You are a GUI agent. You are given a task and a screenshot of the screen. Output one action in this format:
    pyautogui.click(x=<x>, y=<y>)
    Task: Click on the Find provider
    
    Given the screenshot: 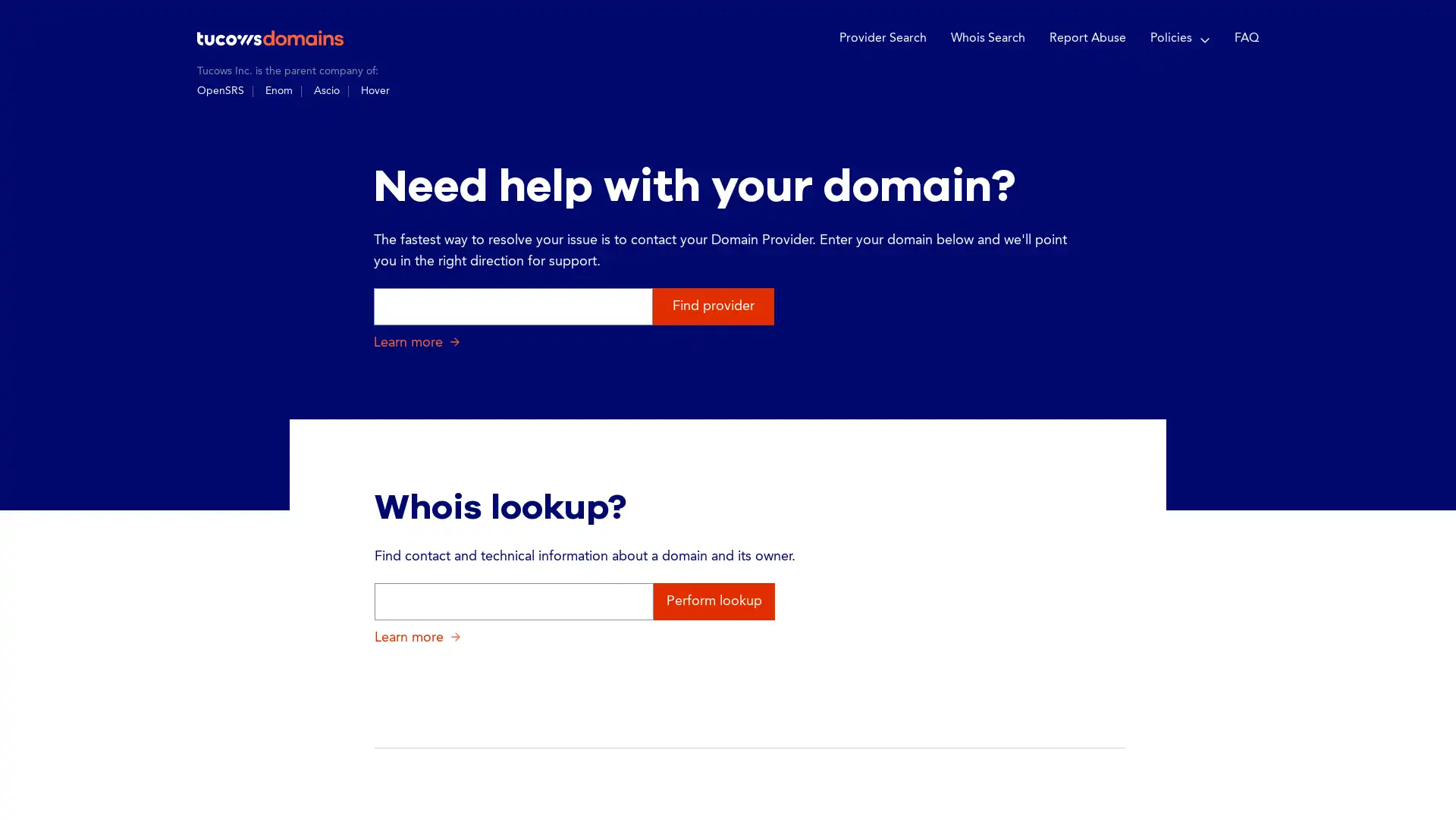 What is the action you would take?
    pyautogui.click(x=712, y=306)
    